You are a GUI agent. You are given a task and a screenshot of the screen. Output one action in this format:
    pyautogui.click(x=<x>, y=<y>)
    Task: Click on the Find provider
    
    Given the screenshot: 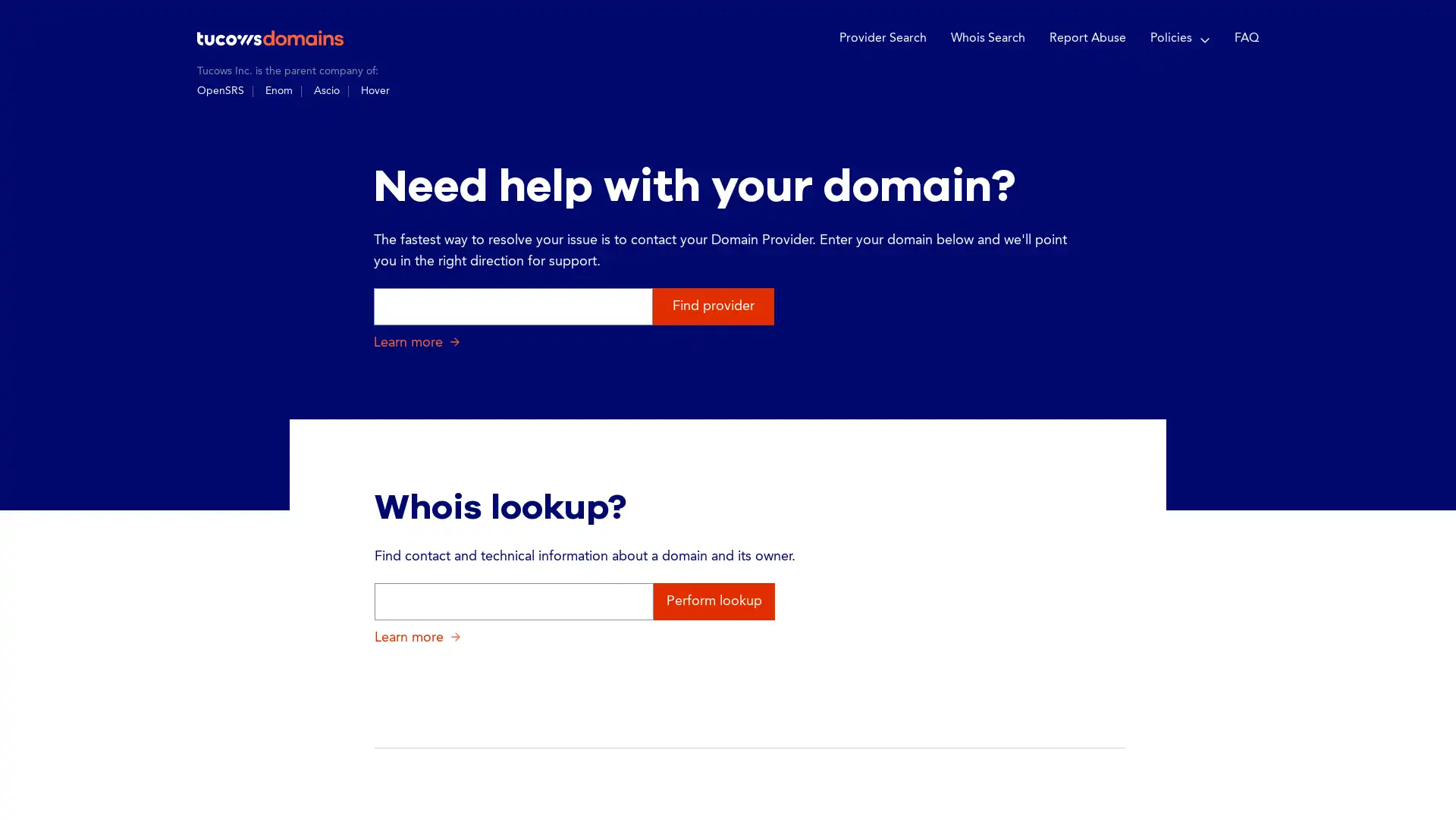 What is the action you would take?
    pyautogui.click(x=712, y=306)
    